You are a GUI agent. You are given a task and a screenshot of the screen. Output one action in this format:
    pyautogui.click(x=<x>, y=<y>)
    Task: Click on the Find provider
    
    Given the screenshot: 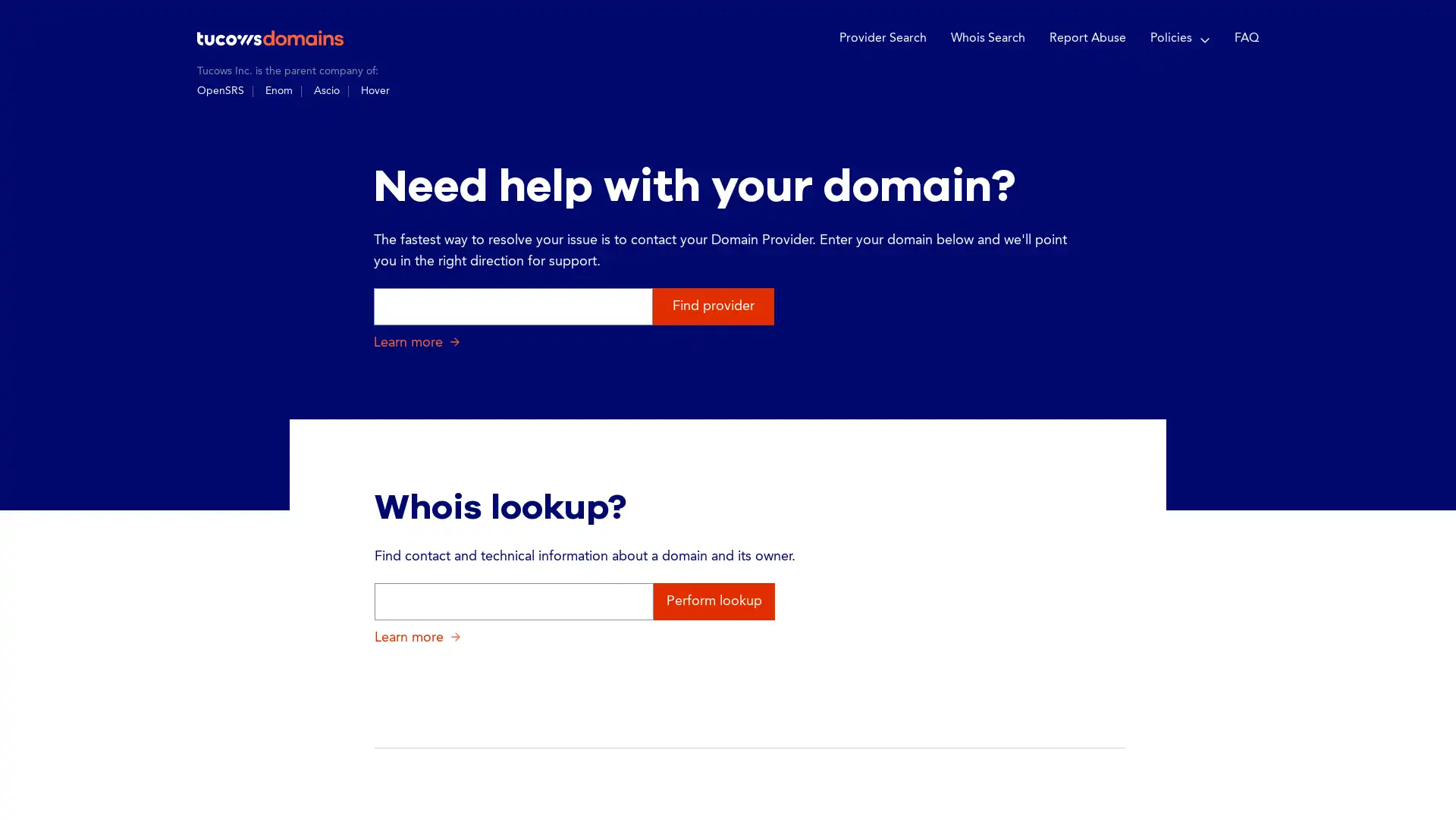 What is the action you would take?
    pyautogui.click(x=712, y=306)
    